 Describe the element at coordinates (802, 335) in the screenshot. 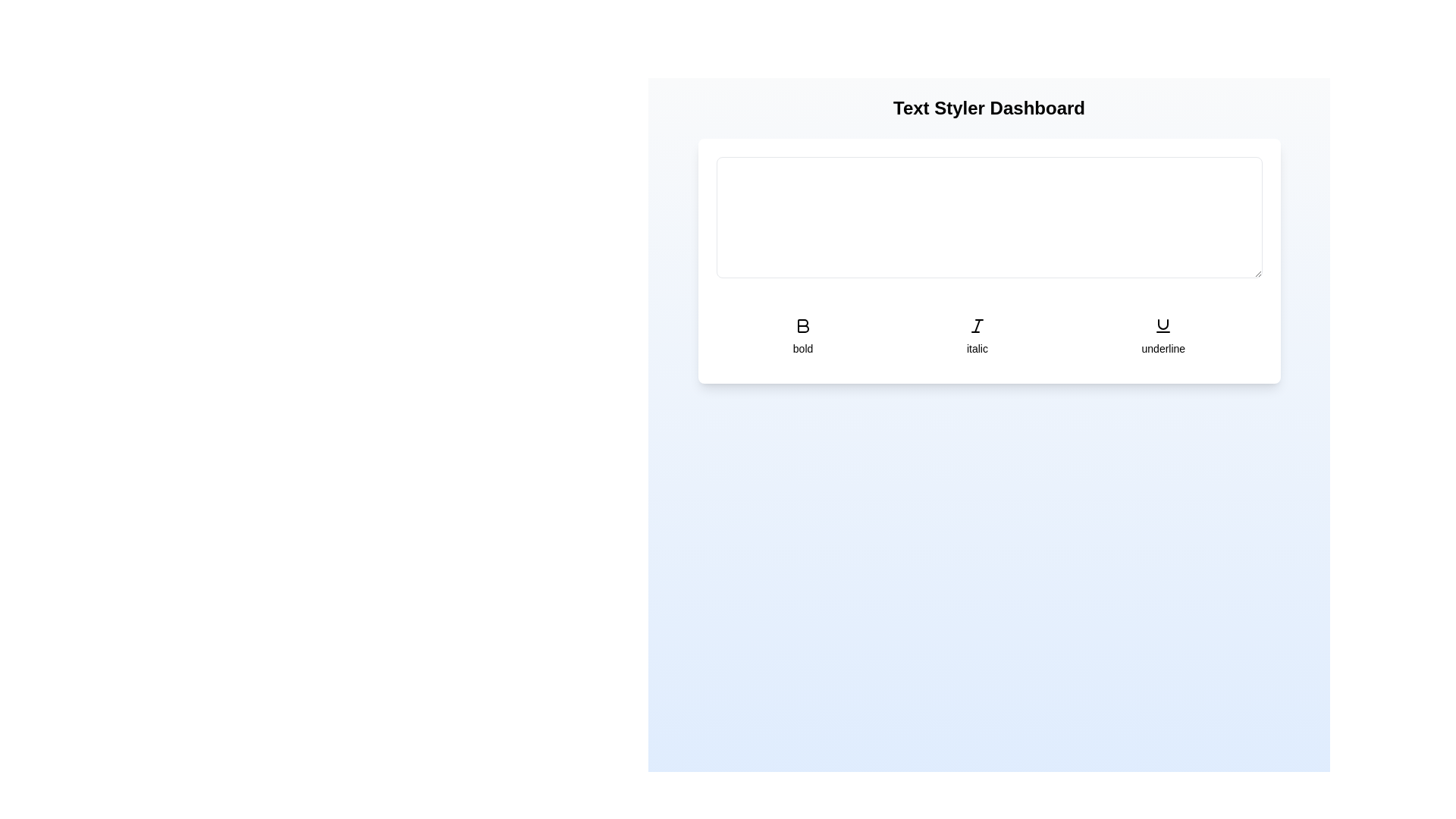

I see `the bold button to toggle the bold styling for the text` at that location.